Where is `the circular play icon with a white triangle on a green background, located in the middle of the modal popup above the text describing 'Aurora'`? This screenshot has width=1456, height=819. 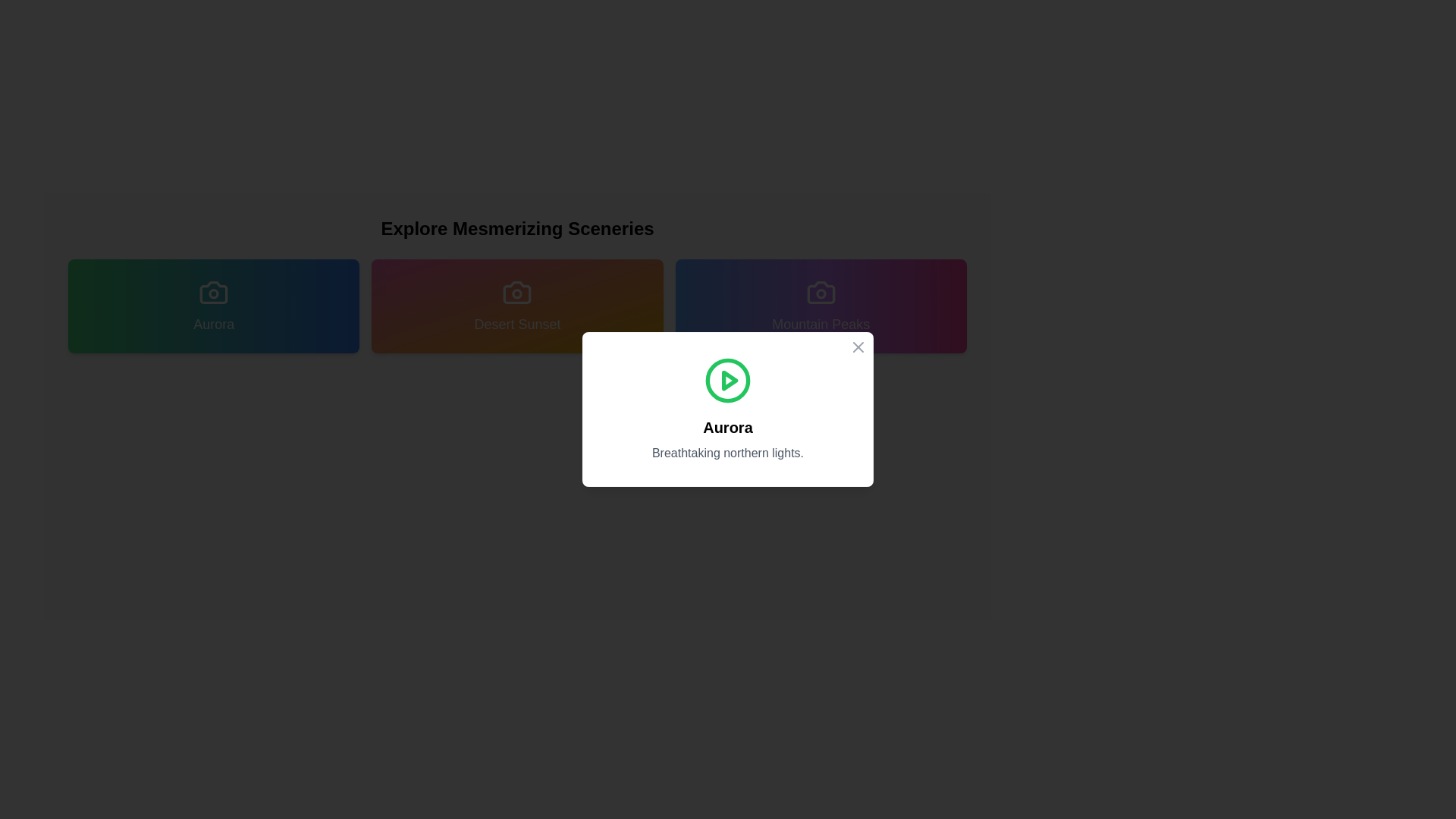 the circular play icon with a white triangle on a green background, located in the middle of the modal popup above the text describing 'Aurora' is located at coordinates (728, 379).